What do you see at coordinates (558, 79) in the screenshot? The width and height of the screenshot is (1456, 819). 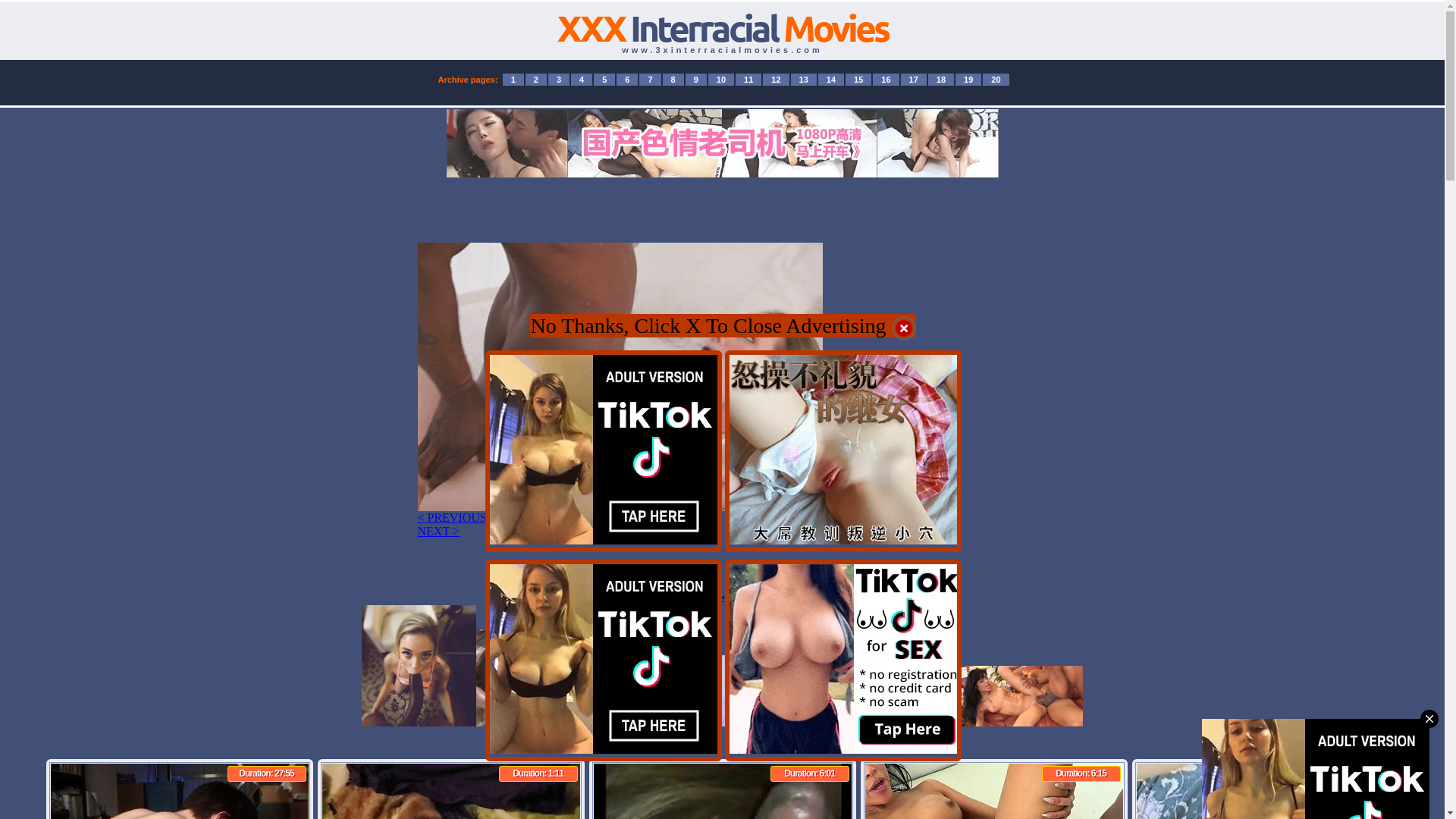 I see `'3'` at bounding box center [558, 79].